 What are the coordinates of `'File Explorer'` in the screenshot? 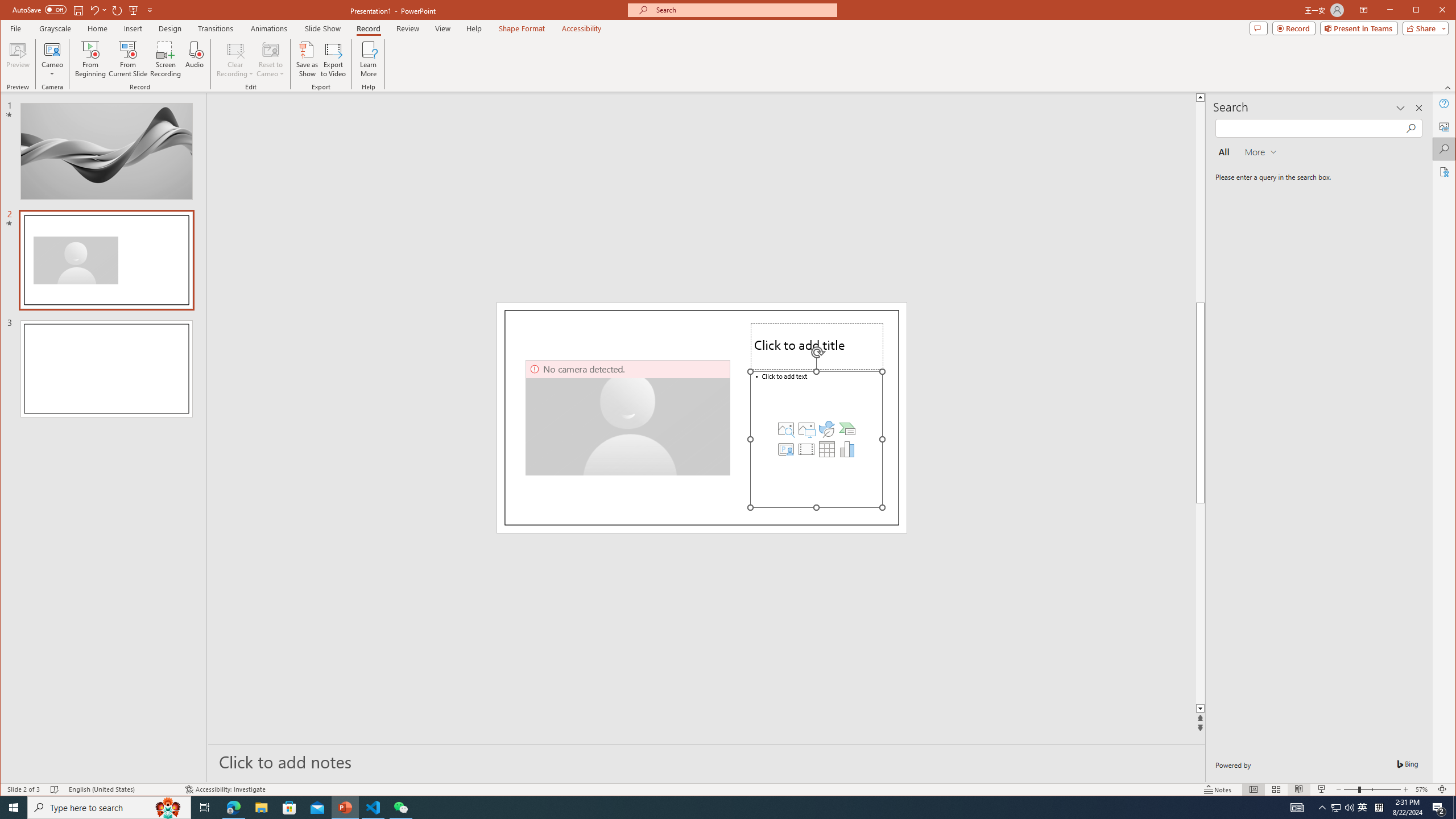 It's located at (260, 806).